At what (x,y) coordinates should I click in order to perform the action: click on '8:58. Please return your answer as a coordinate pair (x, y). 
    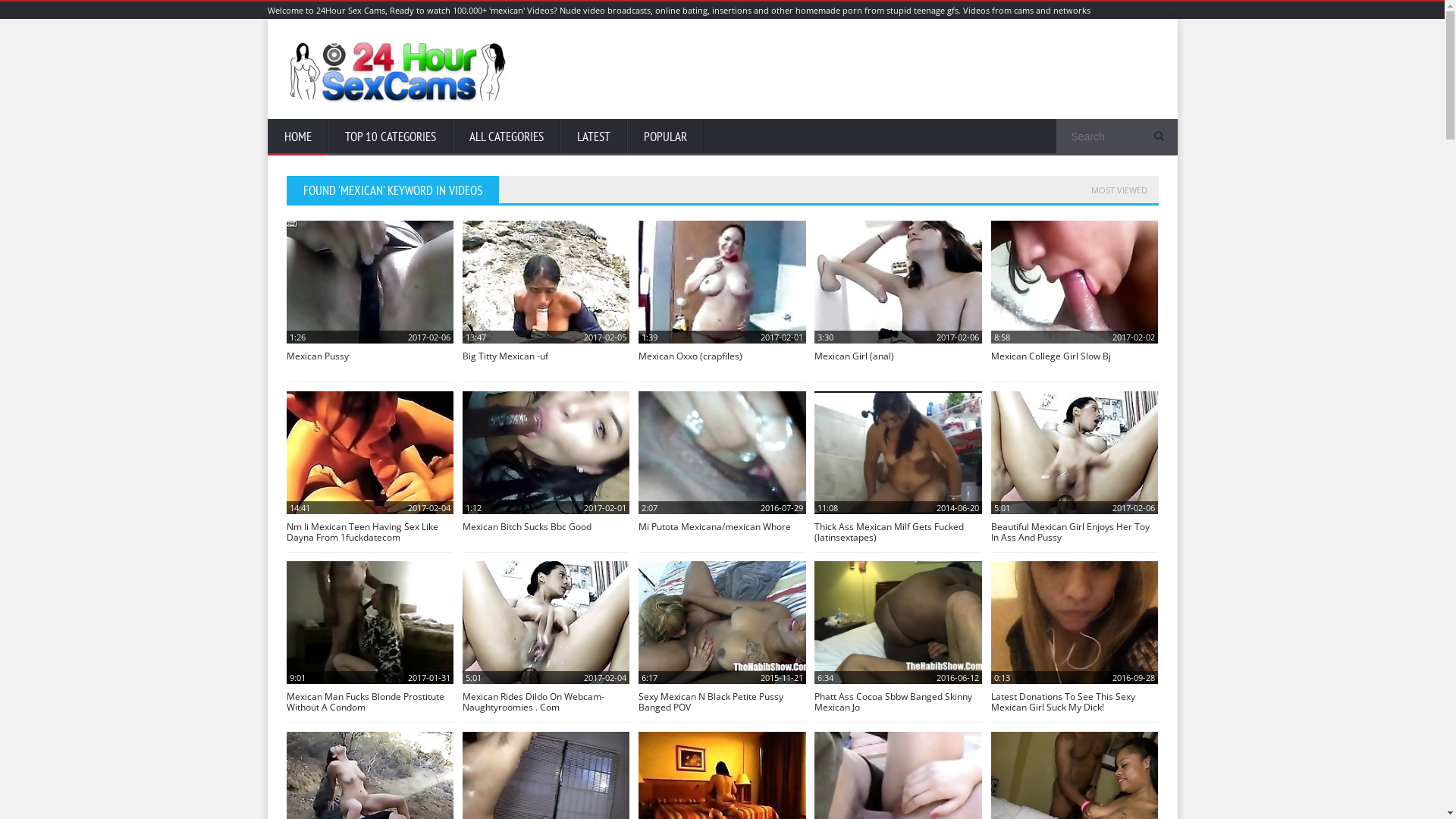
    Looking at the image, I should click on (1074, 297).